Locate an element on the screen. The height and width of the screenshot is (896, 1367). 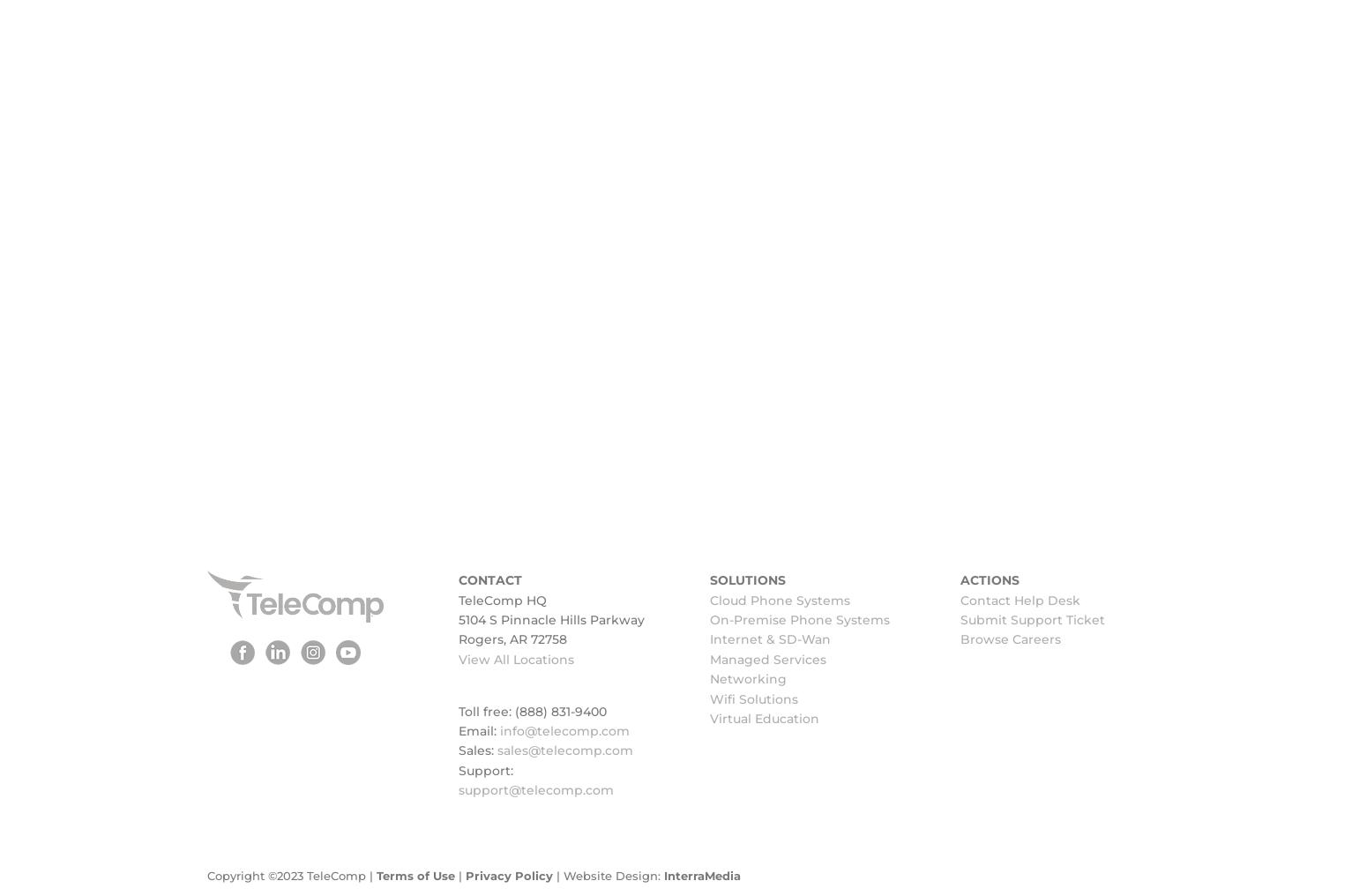
'|' is located at coordinates (459, 875).